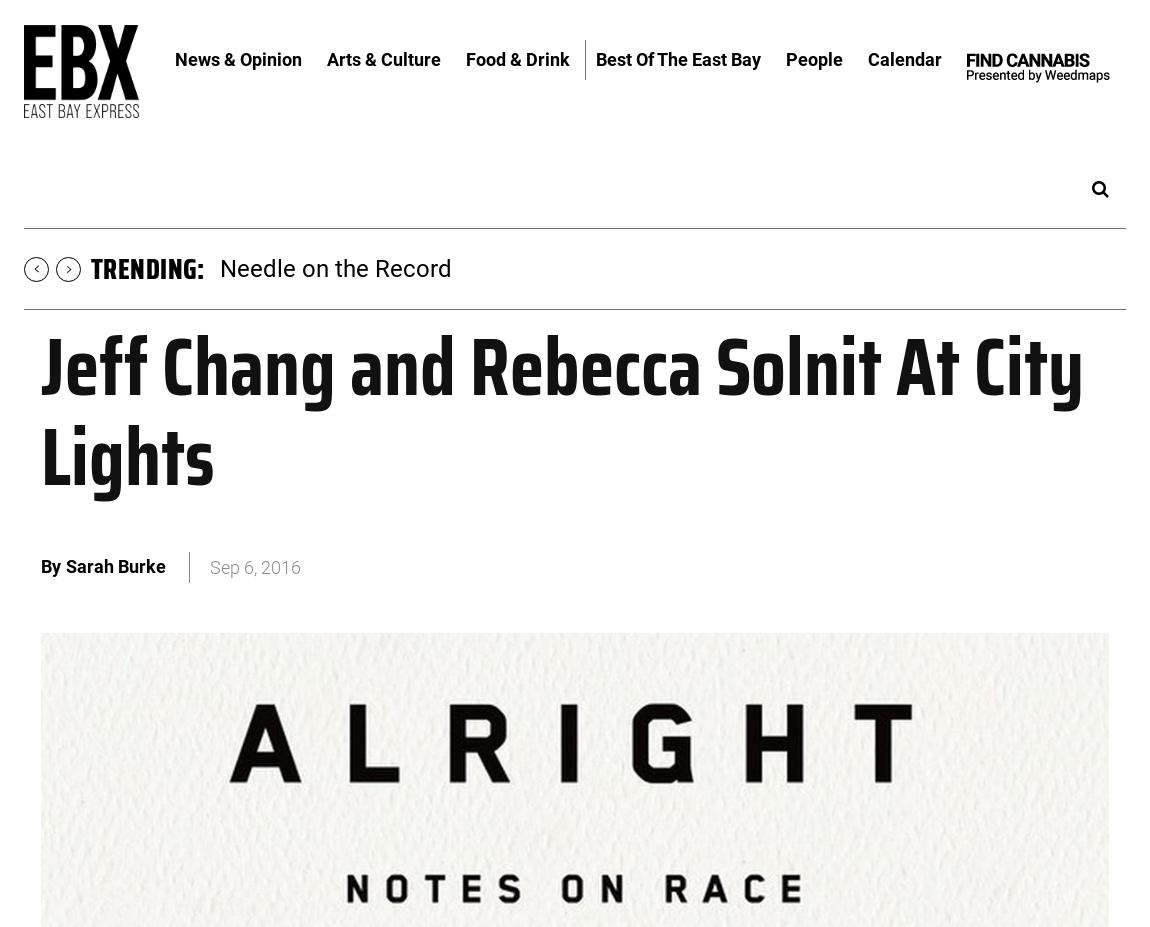 The image size is (1150, 927). I want to click on 'Sarah Burke', so click(115, 565).